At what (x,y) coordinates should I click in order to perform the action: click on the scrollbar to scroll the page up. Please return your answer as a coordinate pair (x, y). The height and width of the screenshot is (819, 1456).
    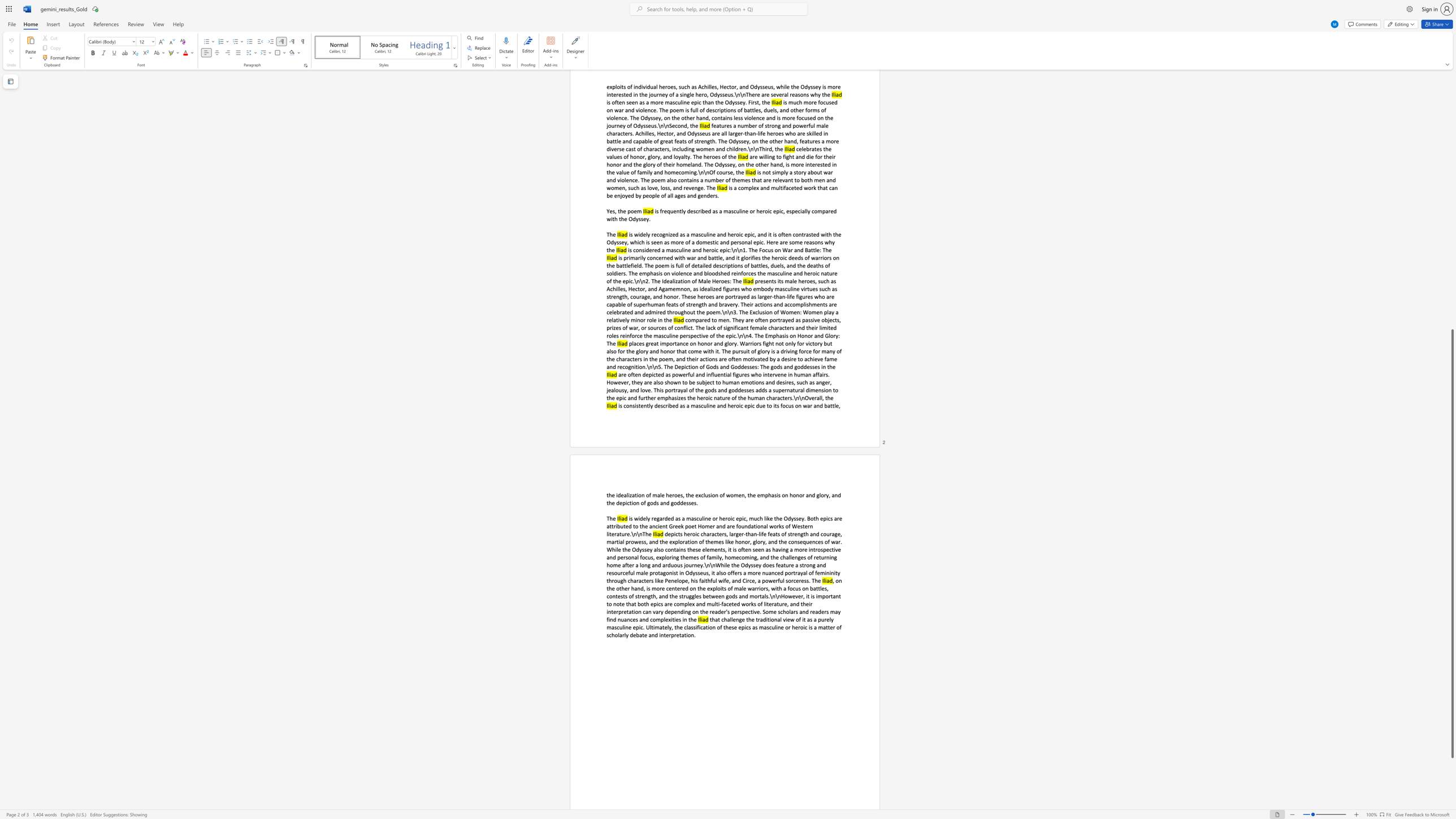
    Looking at the image, I should click on (1451, 155).